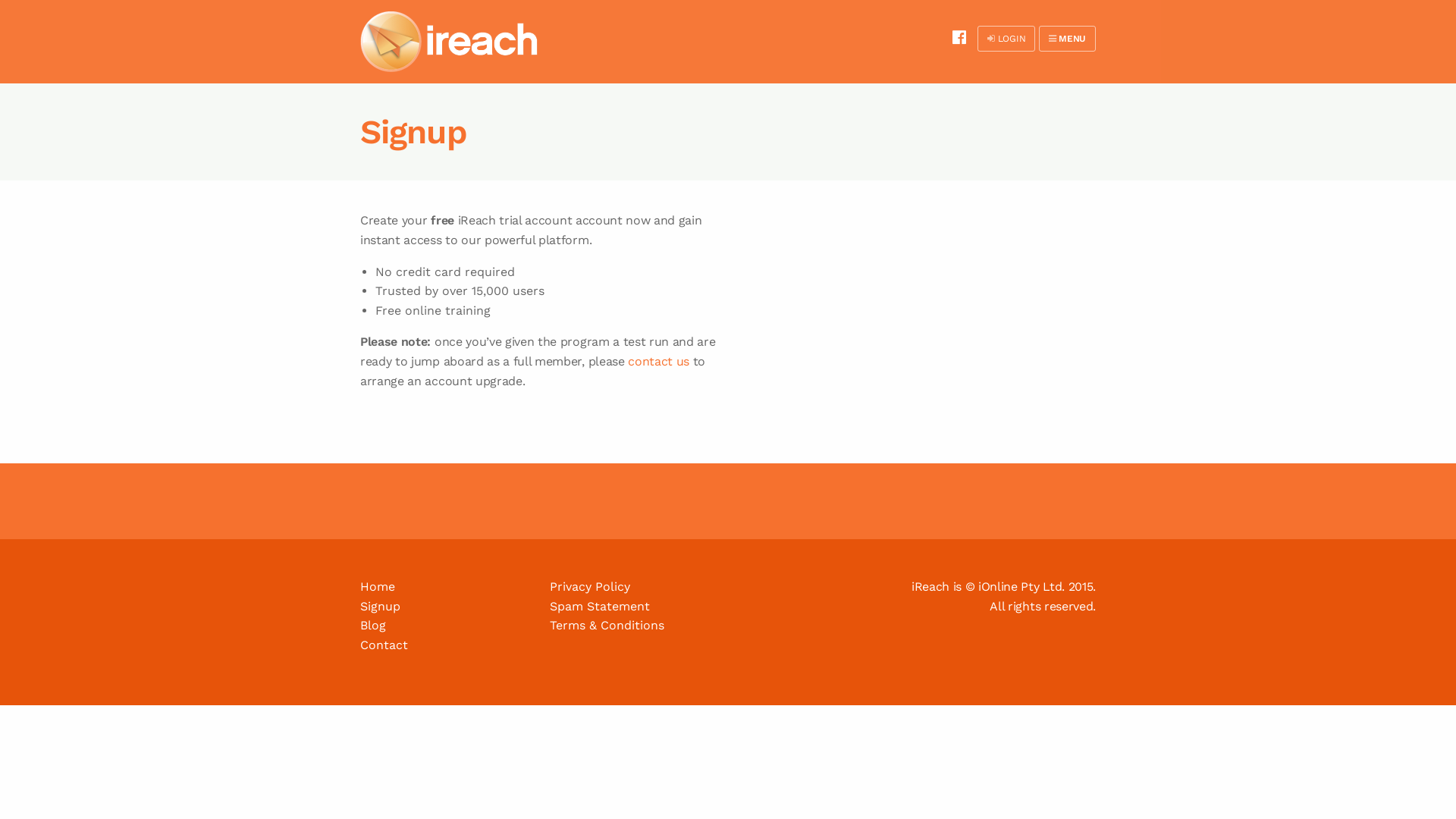  Describe the element at coordinates (548, 625) in the screenshot. I see `'Terms & Conditions'` at that location.